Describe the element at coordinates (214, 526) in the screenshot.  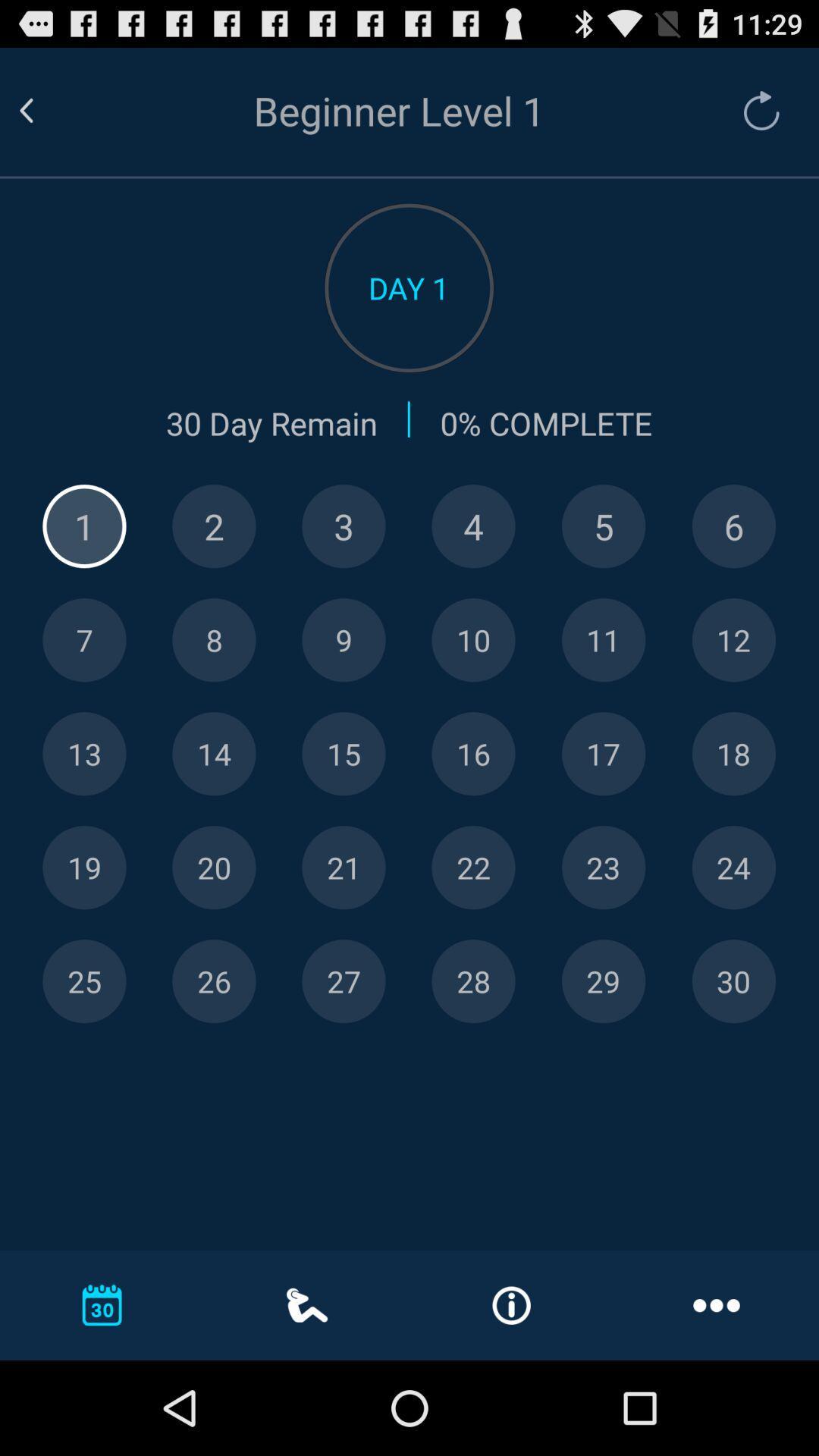
I see `day 2` at that location.